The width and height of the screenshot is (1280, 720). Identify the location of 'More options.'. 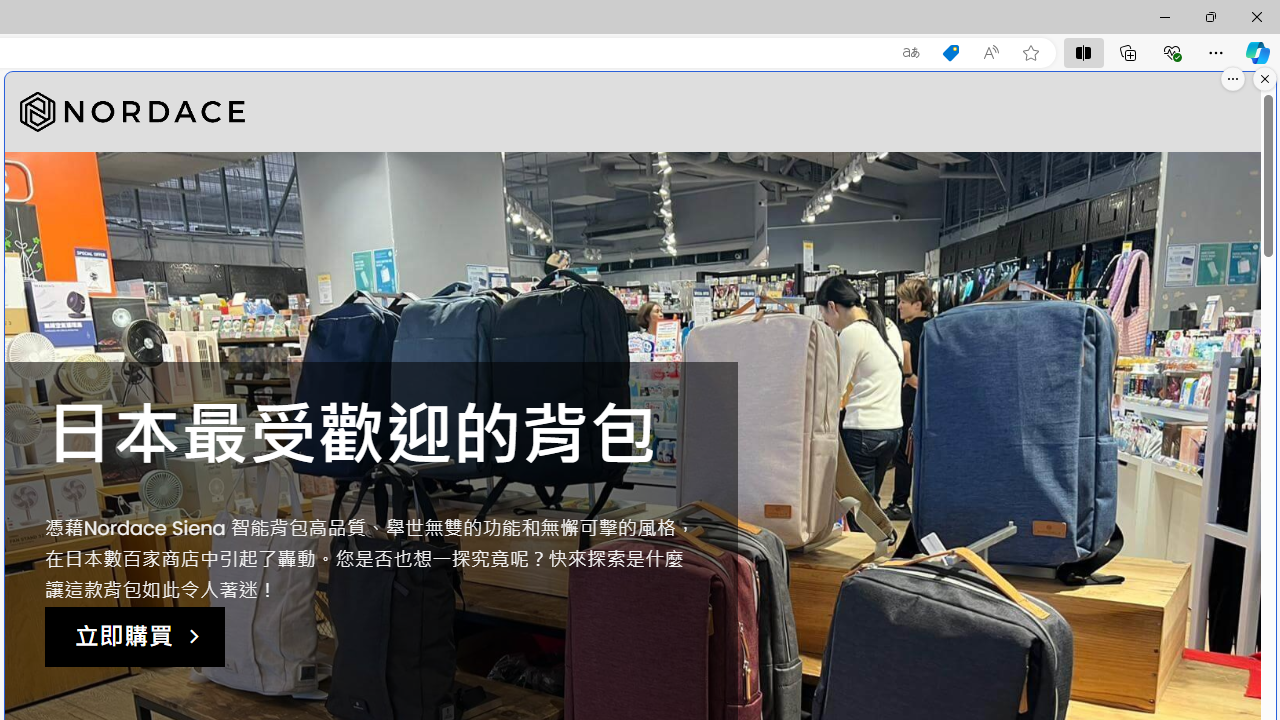
(1232, 78).